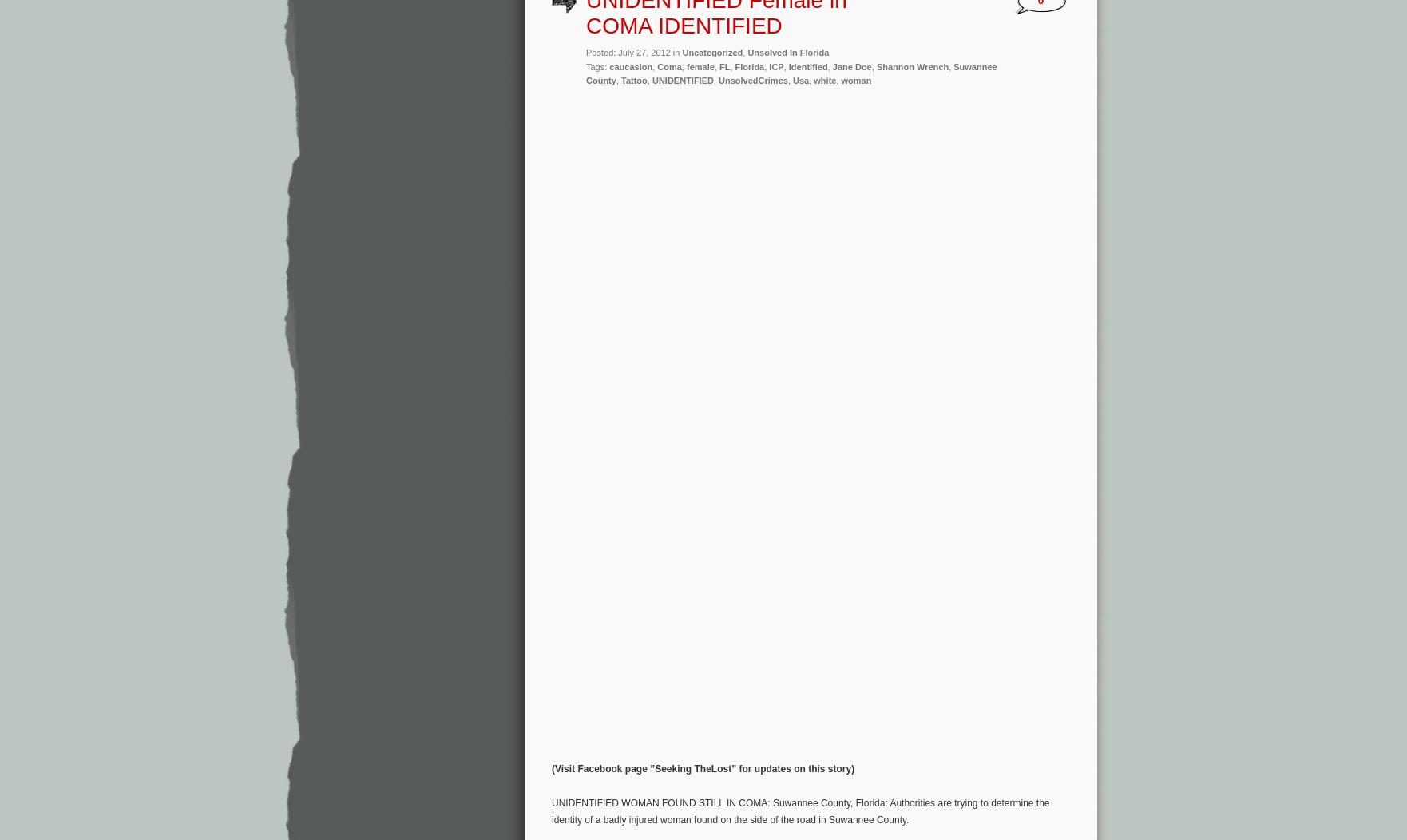  I want to click on 'Florida', so click(734, 65).